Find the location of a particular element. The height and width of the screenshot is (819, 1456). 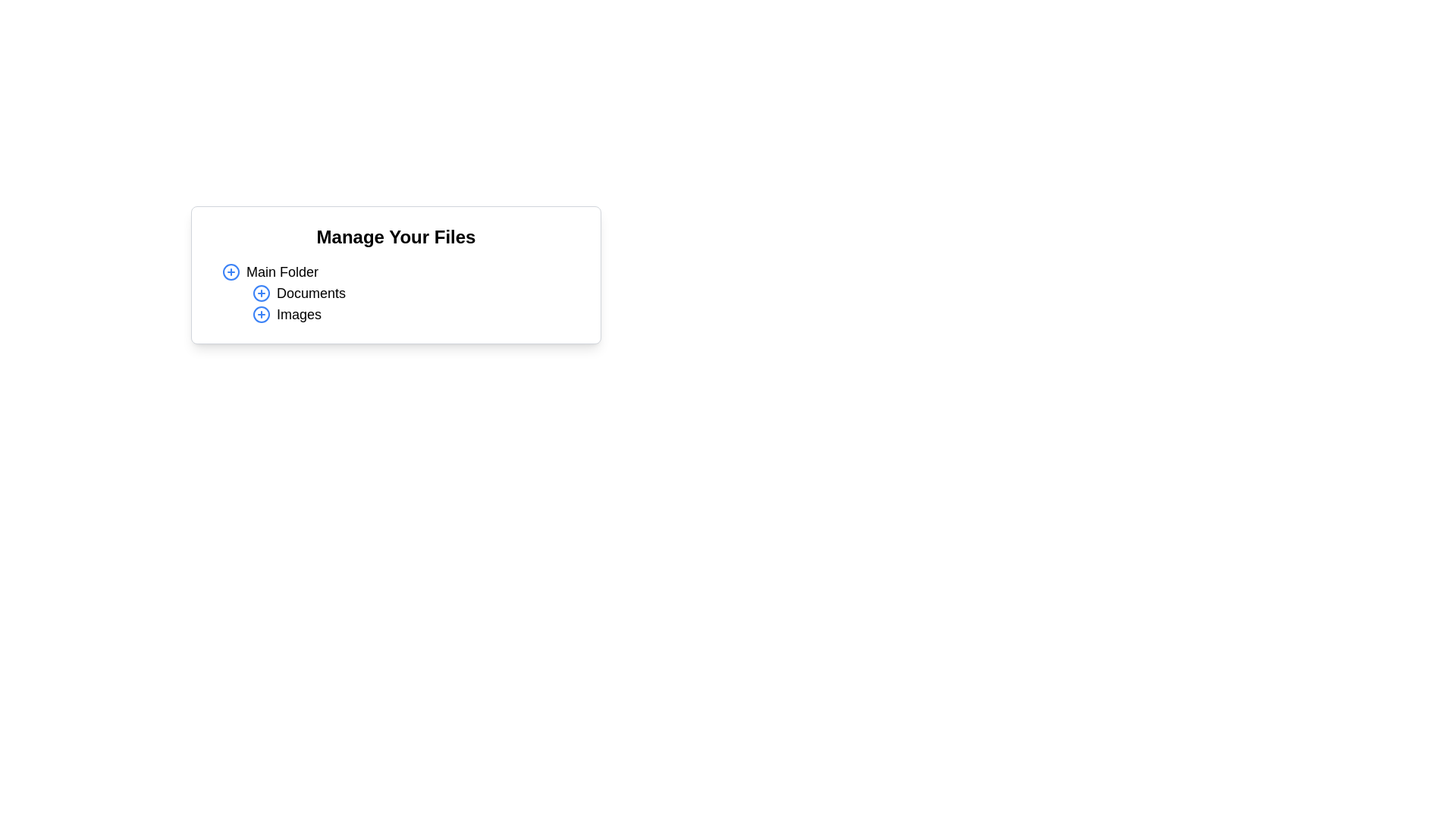

the heading element that reads 'Manage Your Files', which is displayed prominently in a large, bold font and serves as the title for the component is located at coordinates (396, 237).